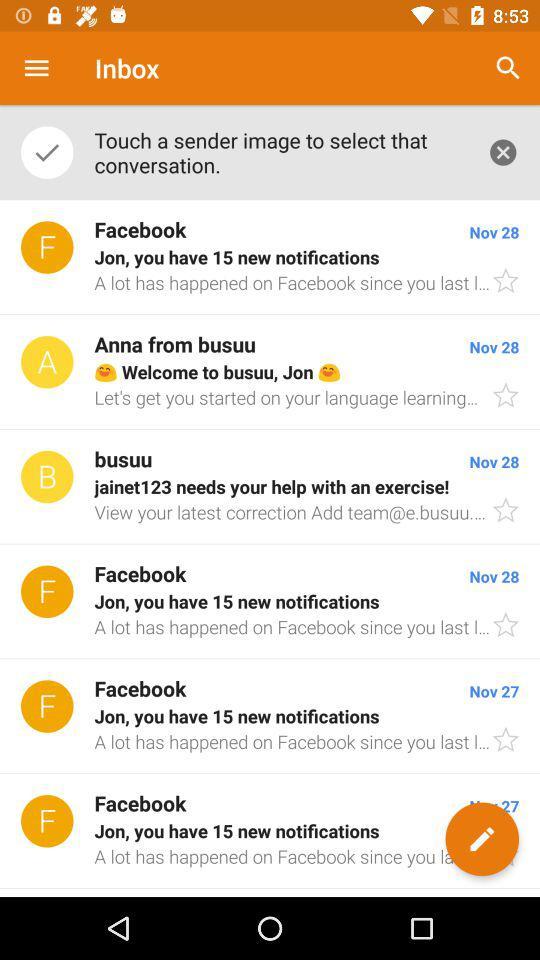 This screenshot has height=960, width=540. Describe the element at coordinates (502, 151) in the screenshot. I see `the icon next to touch a sender icon` at that location.